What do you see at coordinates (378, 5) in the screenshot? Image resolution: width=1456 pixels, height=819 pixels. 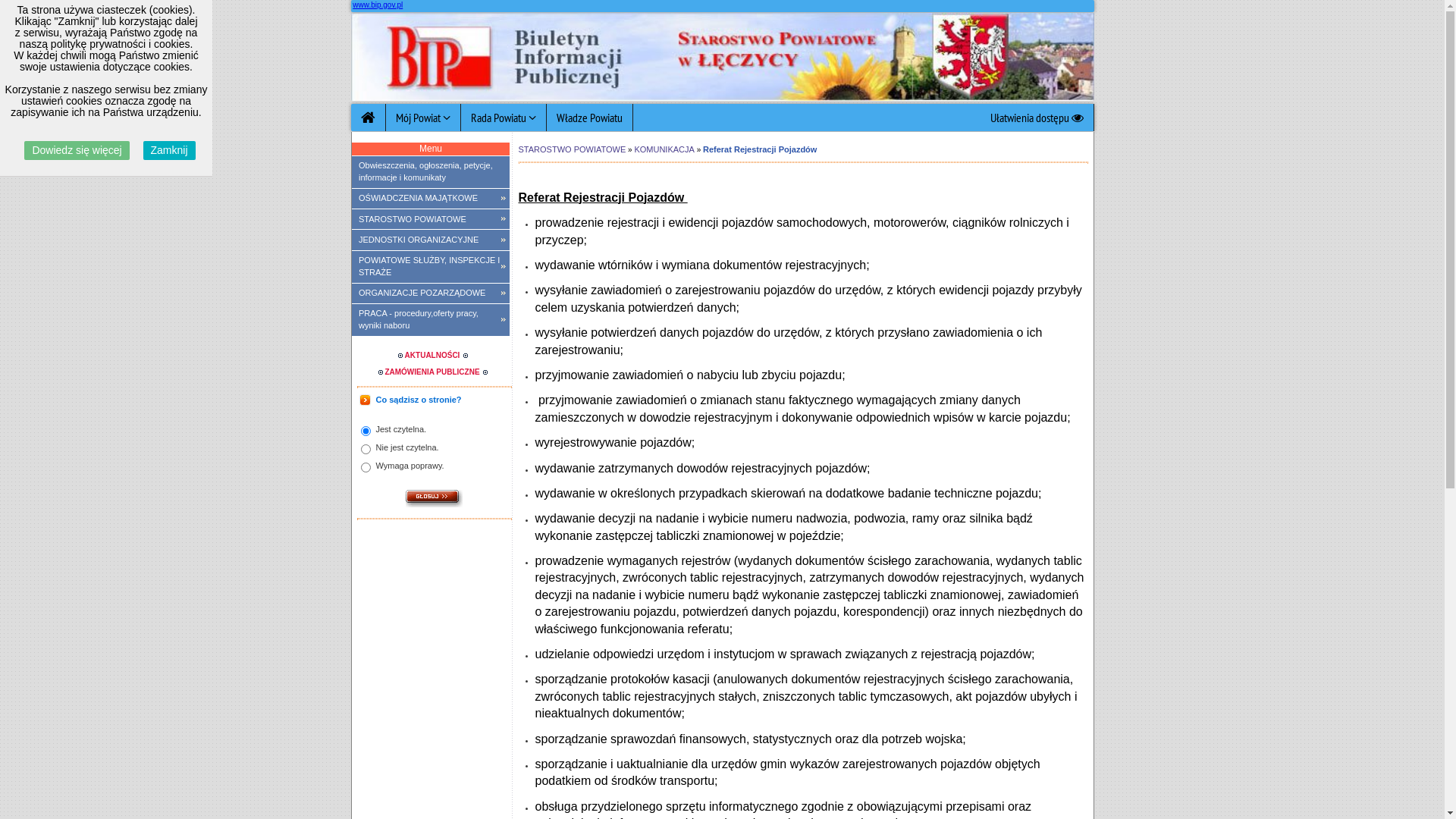 I see `'www.bip.gov.pl'` at bounding box center [378, 5].